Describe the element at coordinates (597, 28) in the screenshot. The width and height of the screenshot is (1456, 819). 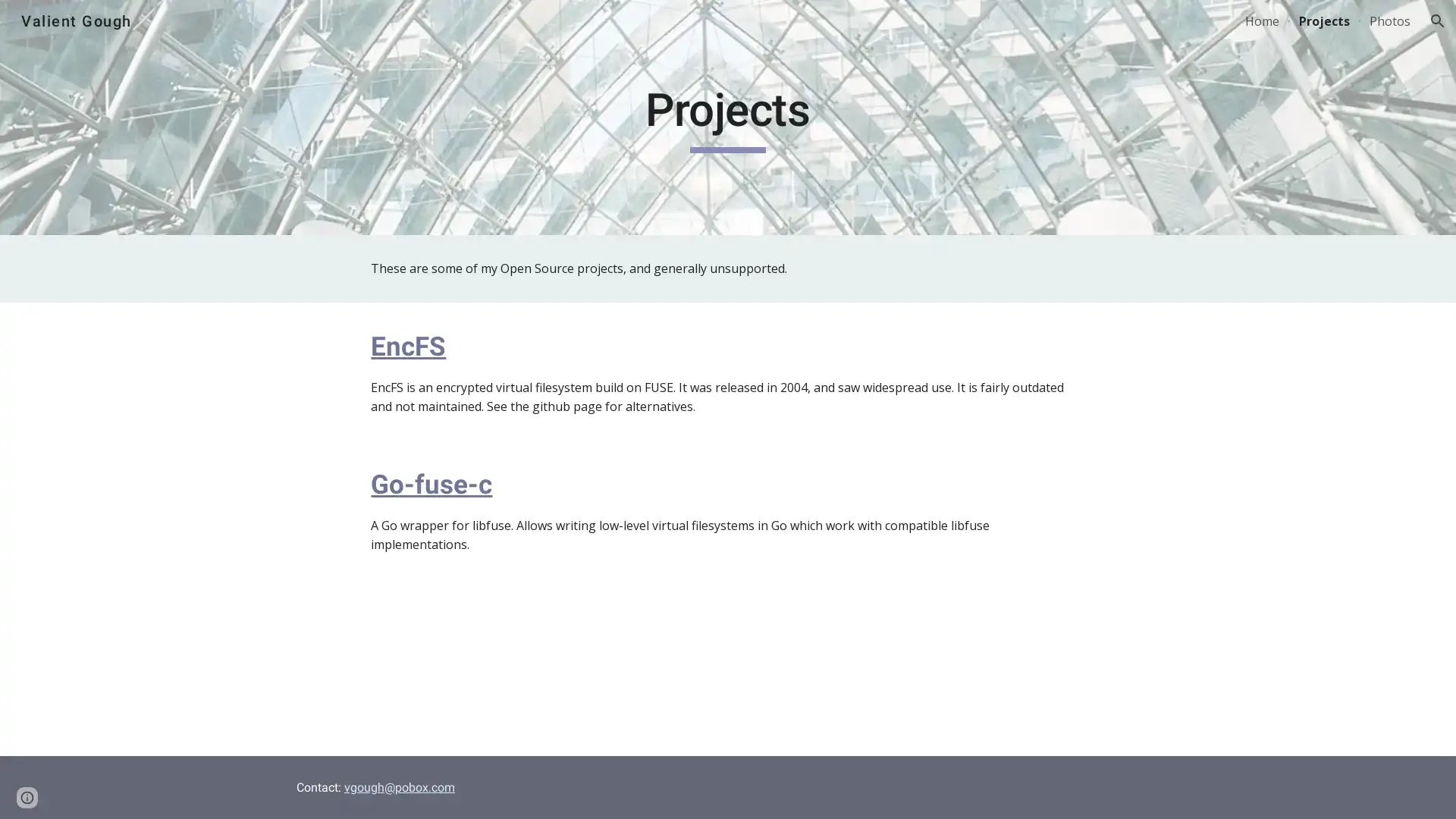
I see `Skip to main content` at that location.